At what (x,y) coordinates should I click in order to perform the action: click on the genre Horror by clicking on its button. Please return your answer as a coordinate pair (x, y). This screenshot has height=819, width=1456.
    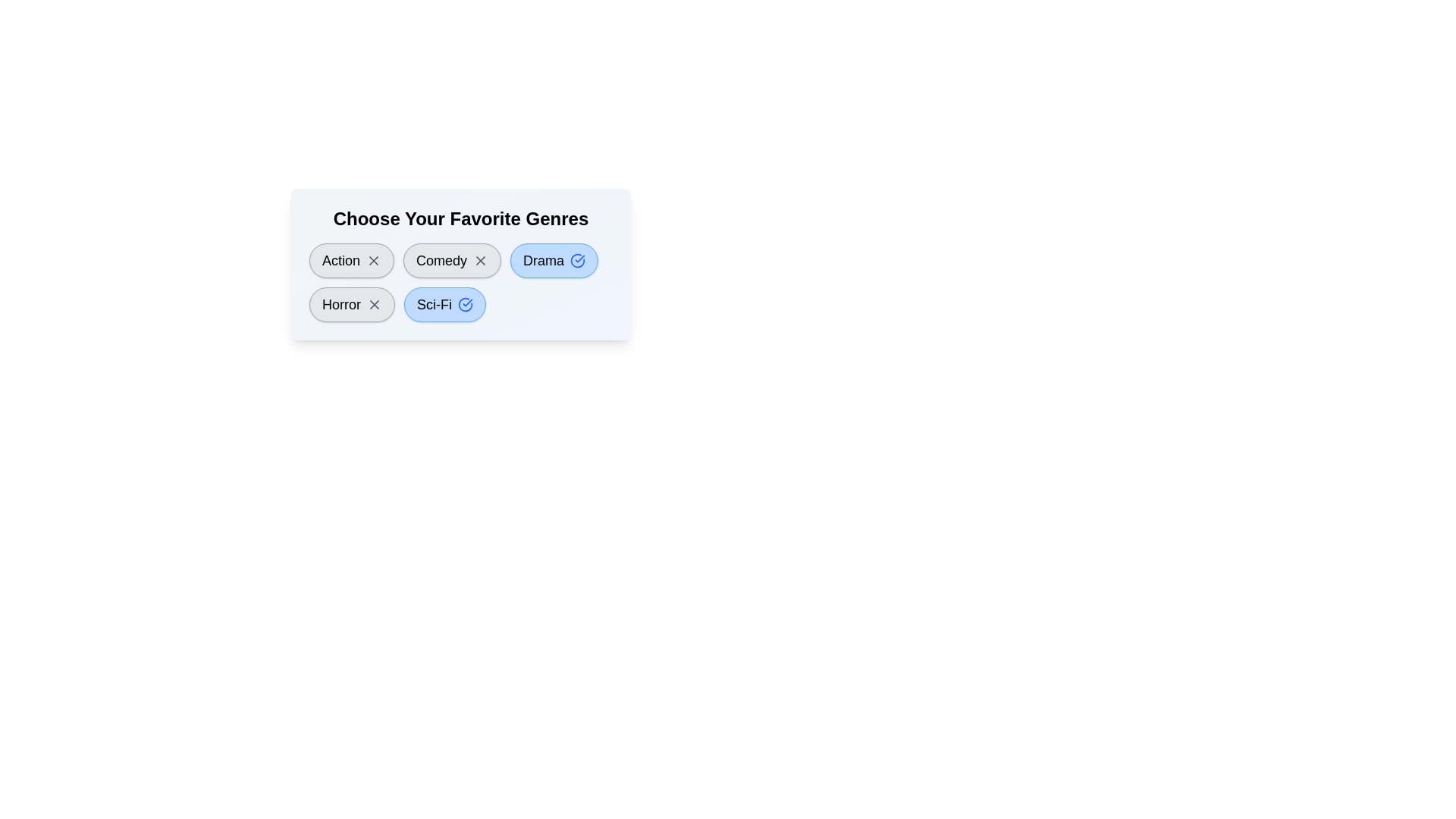
    Looking at the image, I should click on (351, 304).